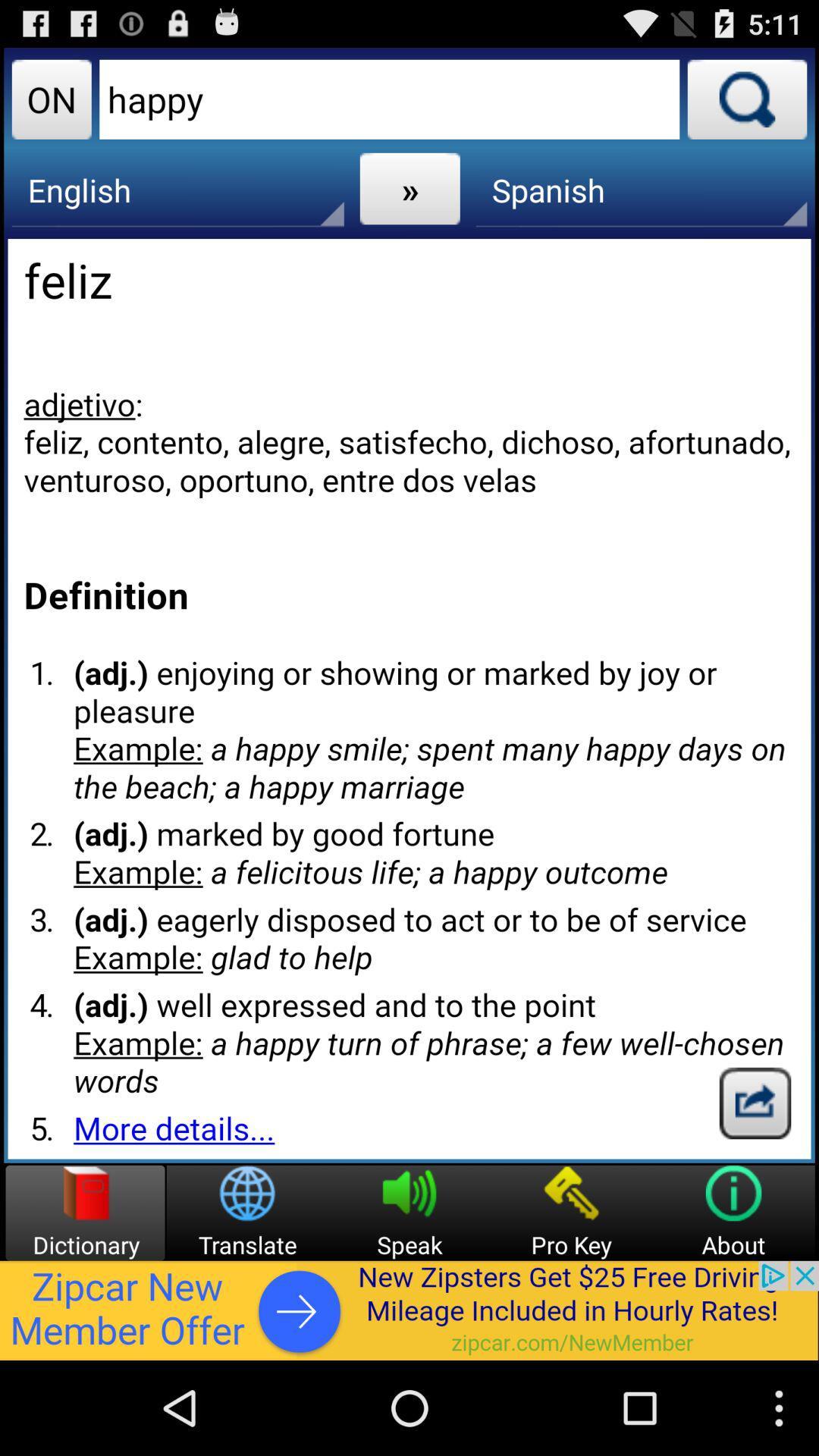  What do you see at coordinates (409, 1310) in the screenshot?
I see `open advertisement` at bounding box center [409, 1310].